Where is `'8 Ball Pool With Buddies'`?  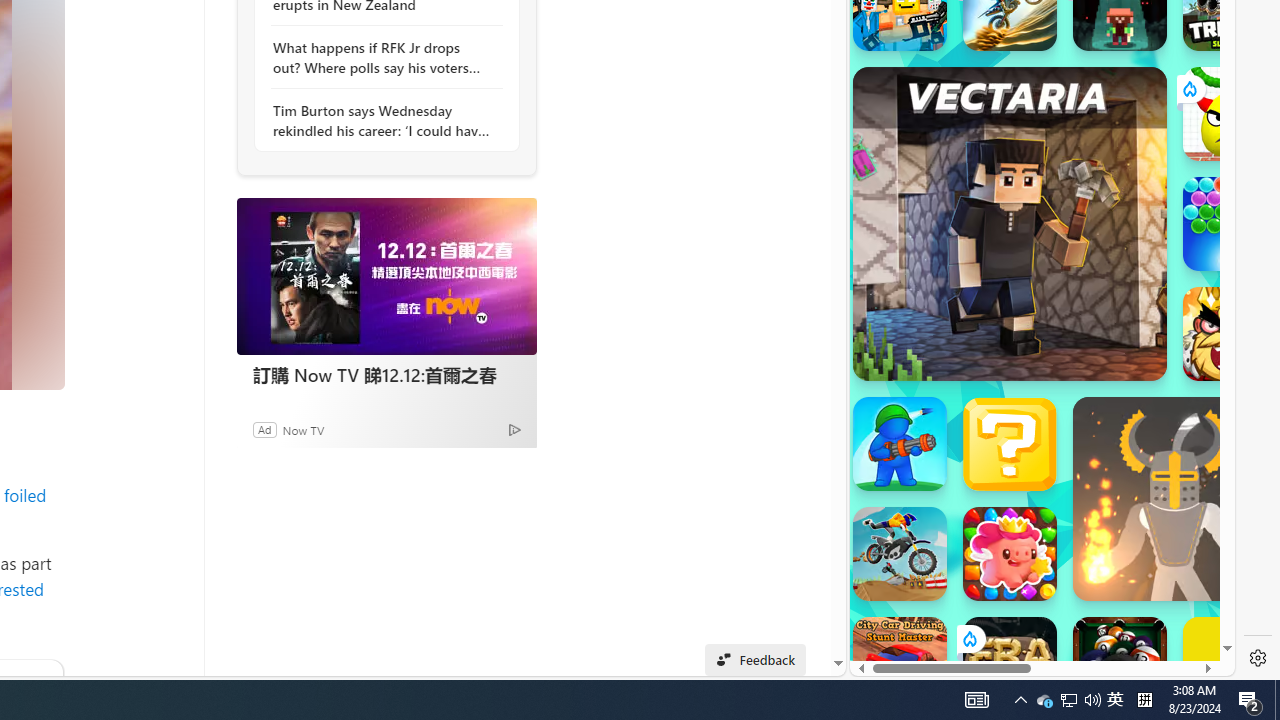 '8 Ball Pool With Buddies' is located at coordinates (1120, 664).